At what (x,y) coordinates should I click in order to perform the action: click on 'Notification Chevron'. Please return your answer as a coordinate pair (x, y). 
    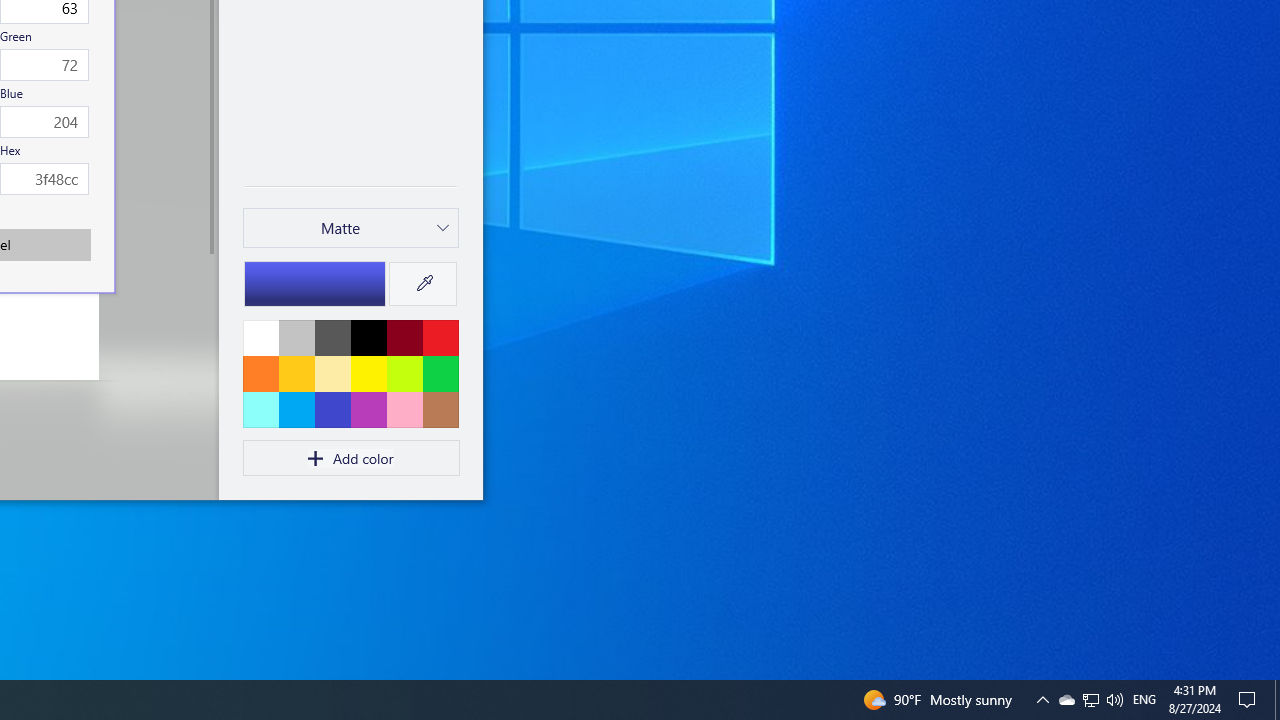
    Looking at the image, I should click on (1065, 698).